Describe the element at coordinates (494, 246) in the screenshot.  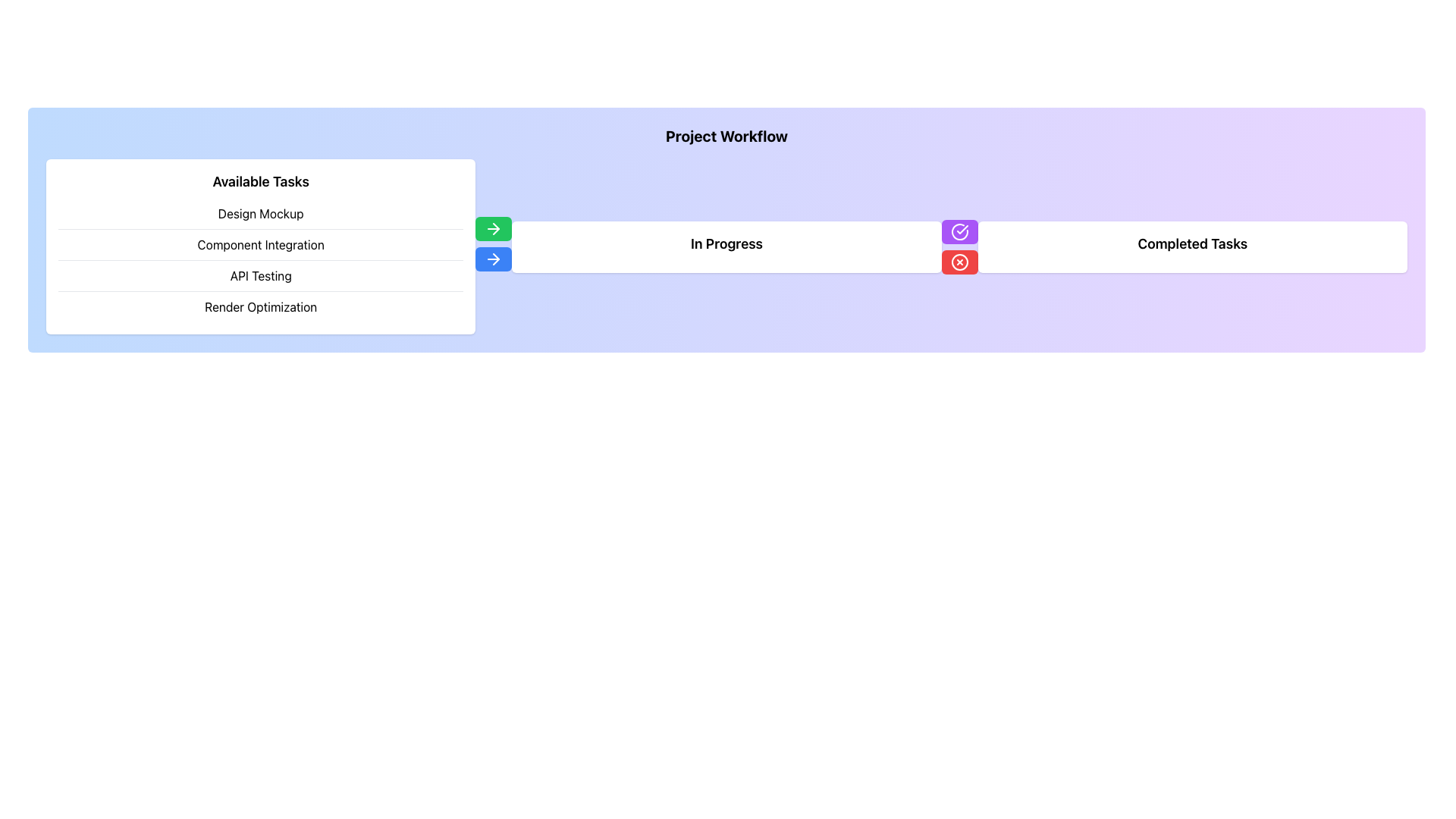
I see `the lower blue button with a white arrow icon in the vertically stacked button group to observe hover effects` at that location.